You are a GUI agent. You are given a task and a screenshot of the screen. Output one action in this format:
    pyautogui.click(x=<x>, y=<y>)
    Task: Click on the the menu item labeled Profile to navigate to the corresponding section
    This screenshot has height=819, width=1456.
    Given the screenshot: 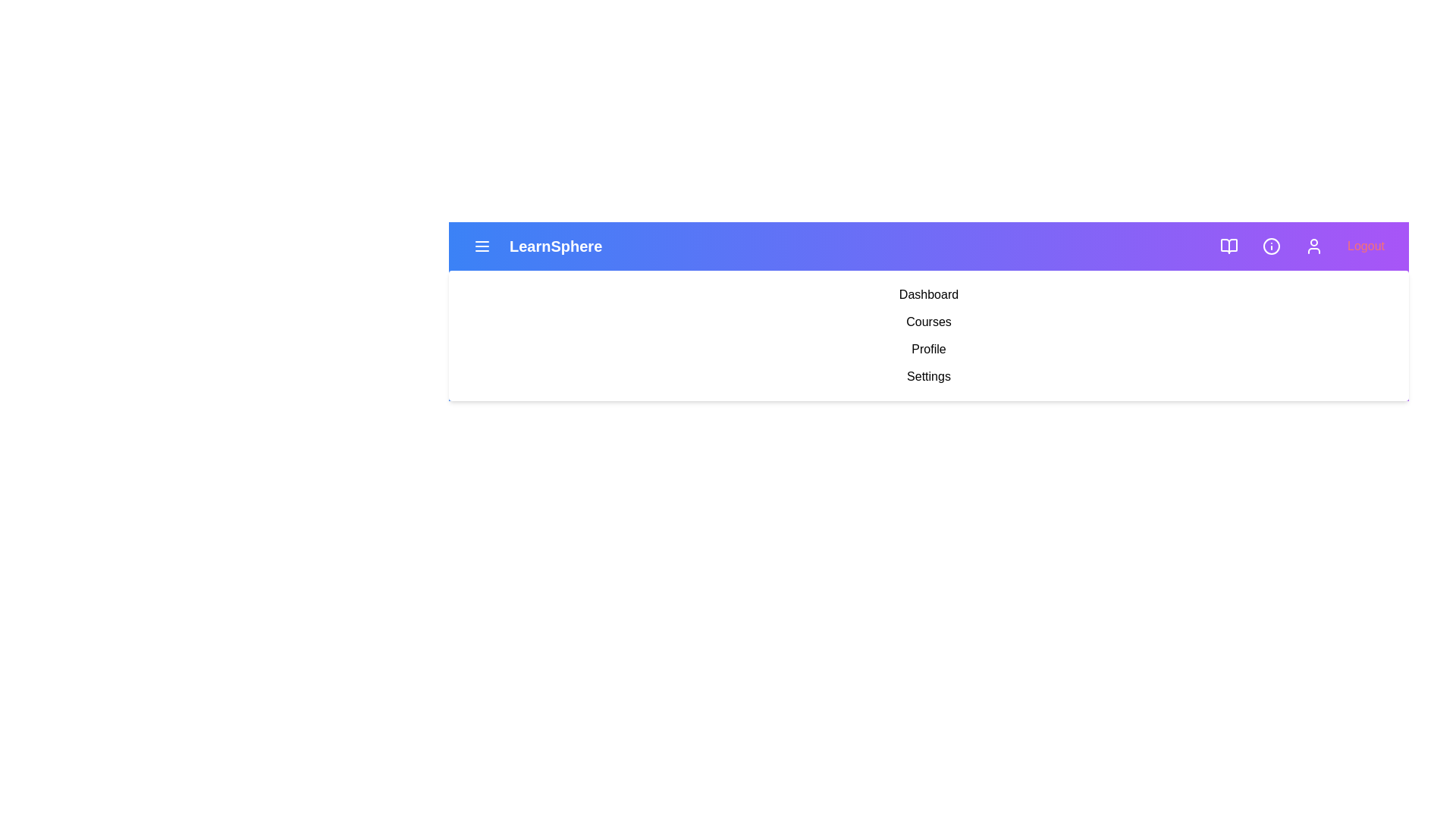 What is the action you would take?
    pyautogui.click(x=927, y=350)
    